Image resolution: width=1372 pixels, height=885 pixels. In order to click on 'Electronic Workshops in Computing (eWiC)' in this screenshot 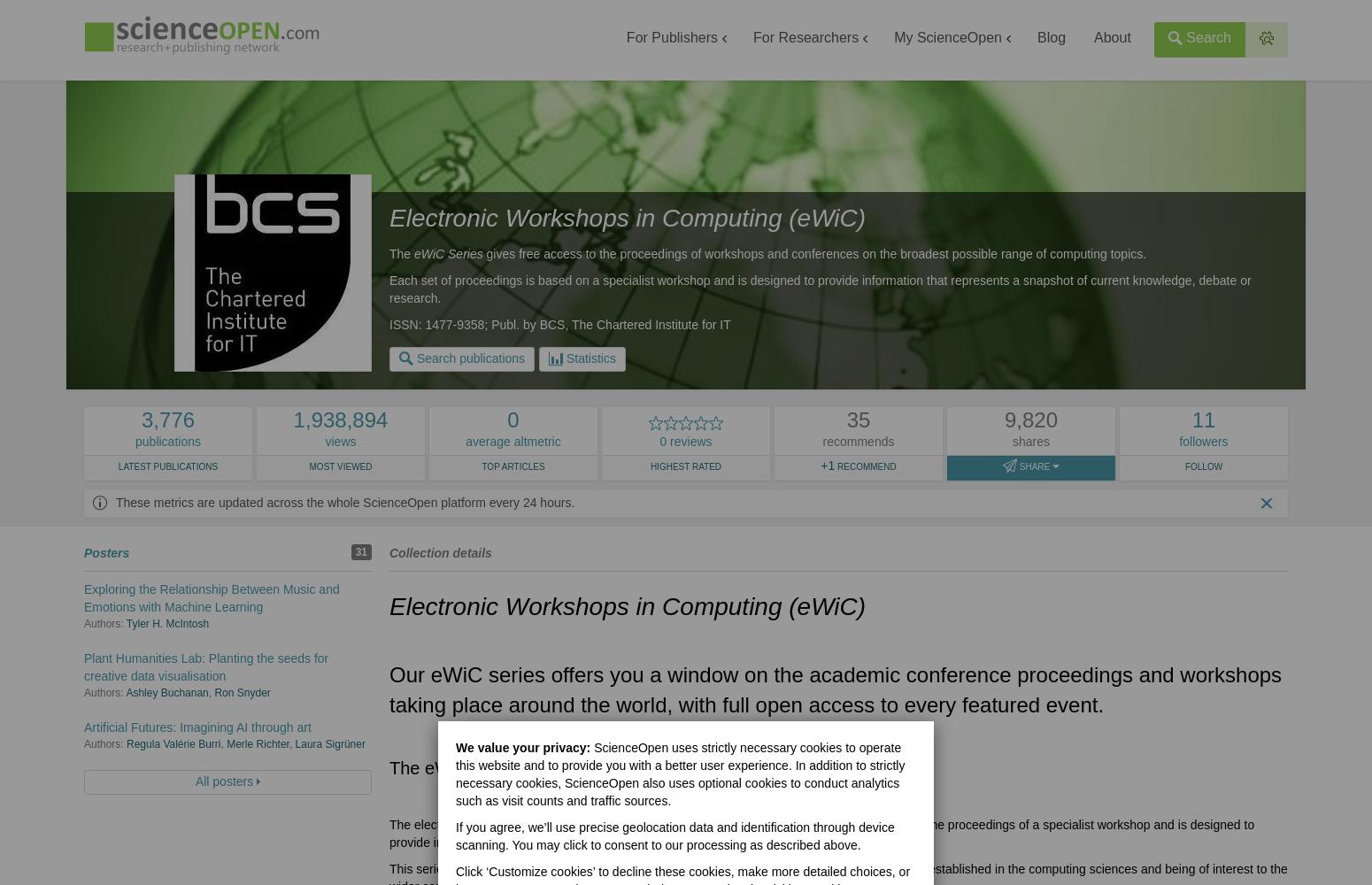, I will do `click(627, 606)`.